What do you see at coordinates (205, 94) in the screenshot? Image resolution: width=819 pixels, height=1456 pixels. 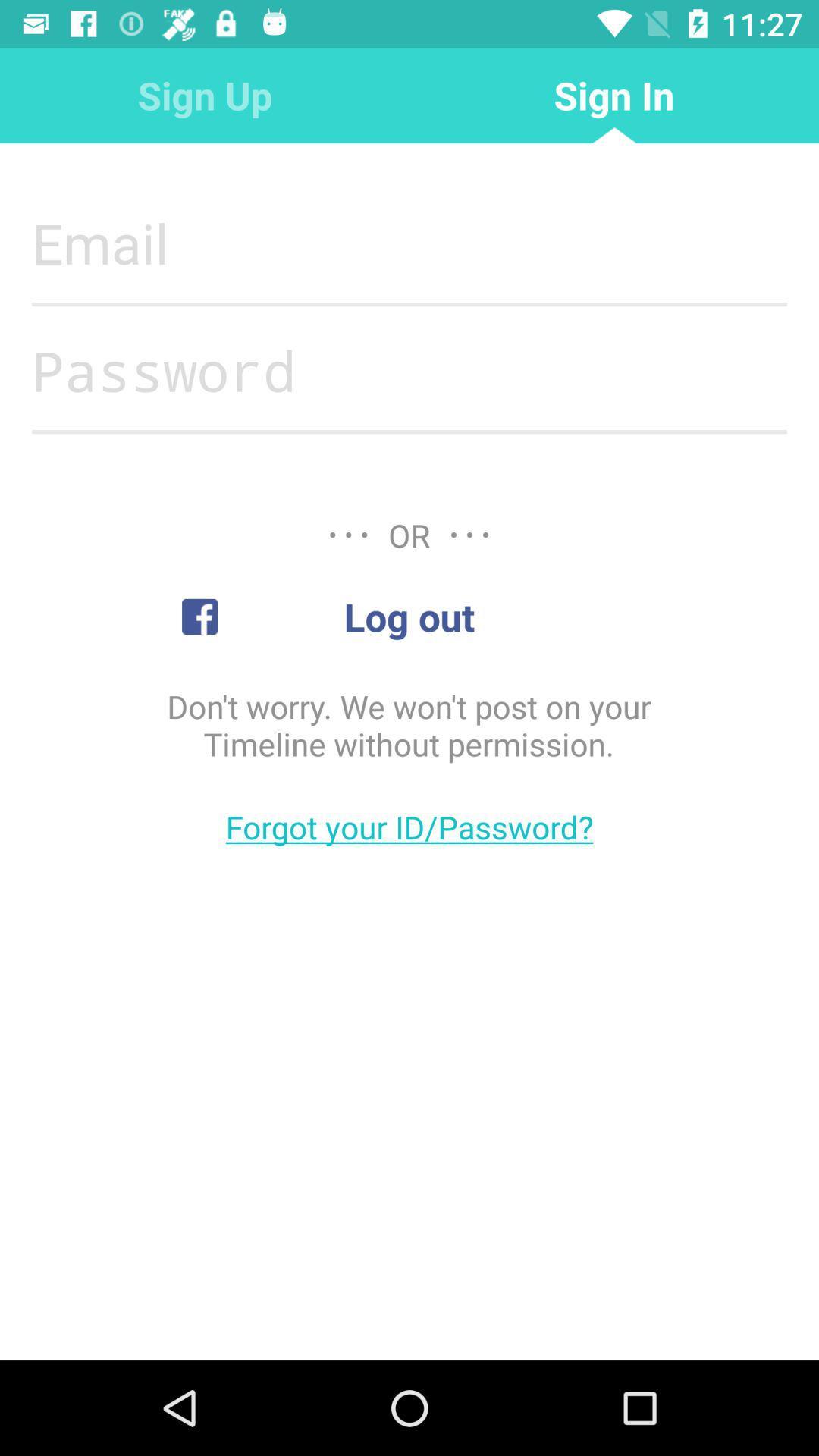 I see `the item at the top left corner` at bounding box center [205, 94].